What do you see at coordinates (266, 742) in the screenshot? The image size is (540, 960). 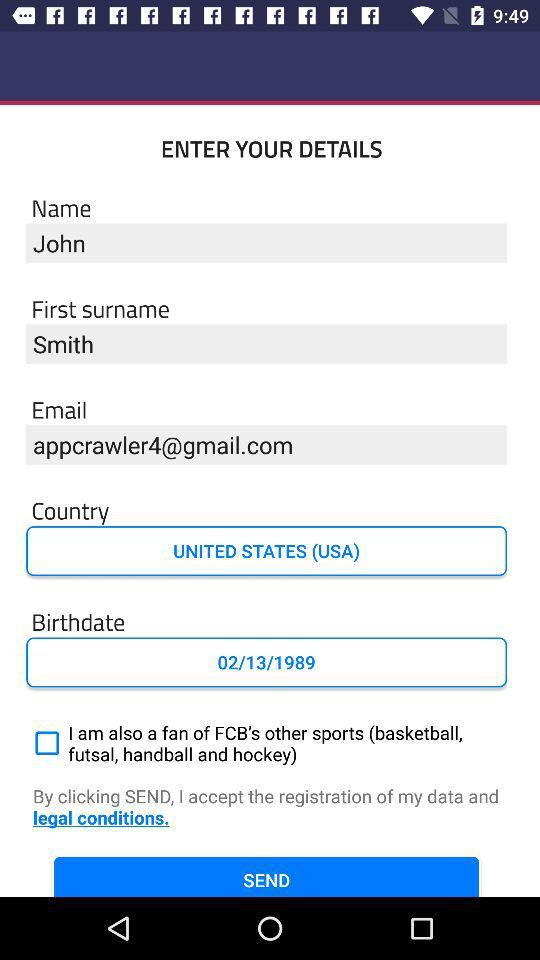 I see `i am also item` at bounding box center [266, 742].